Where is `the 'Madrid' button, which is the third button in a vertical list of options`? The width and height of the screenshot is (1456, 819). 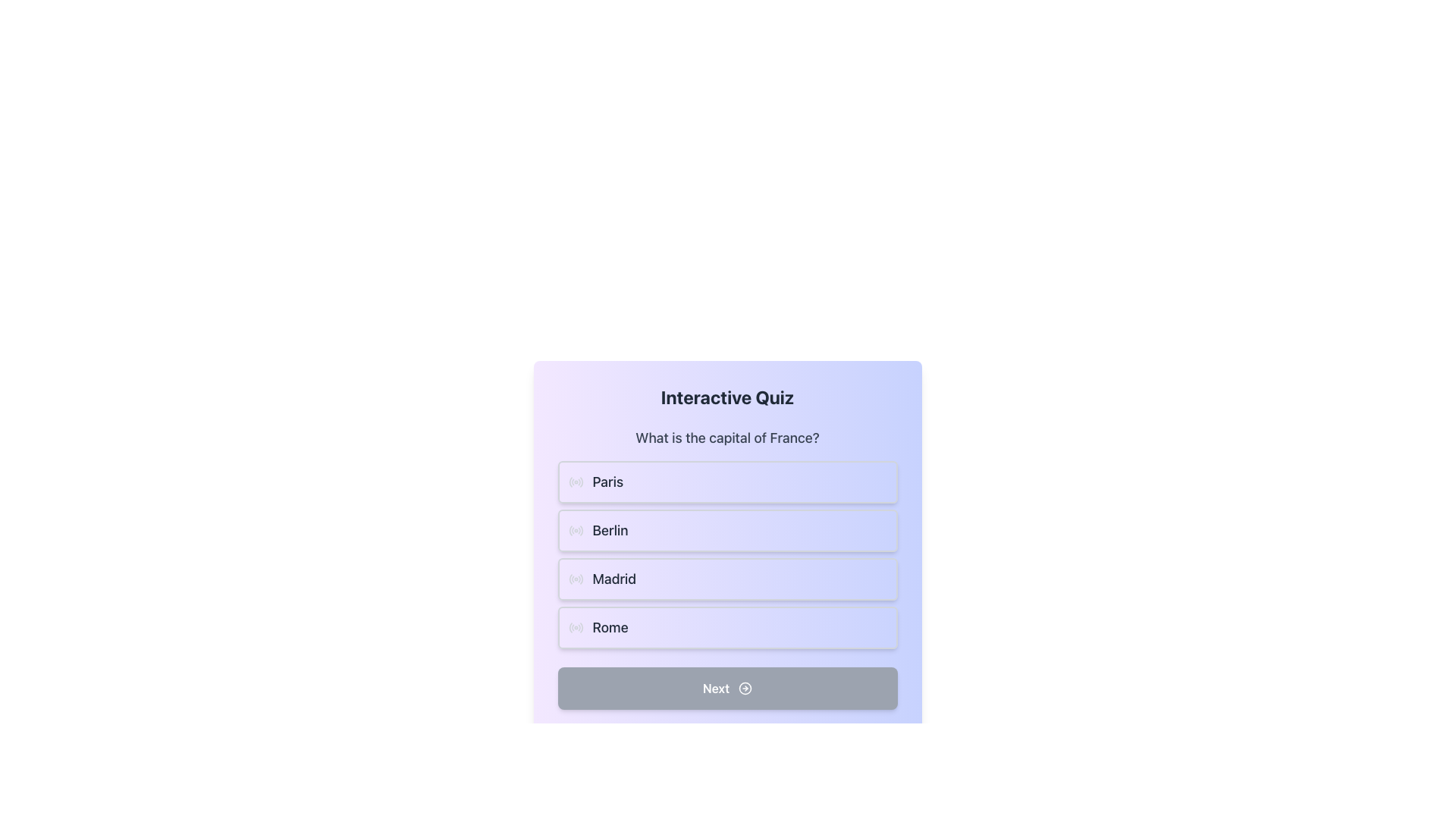 the 'Madrid' button, which is the third button in a vertical list of options is located at coordinates (726, 579).